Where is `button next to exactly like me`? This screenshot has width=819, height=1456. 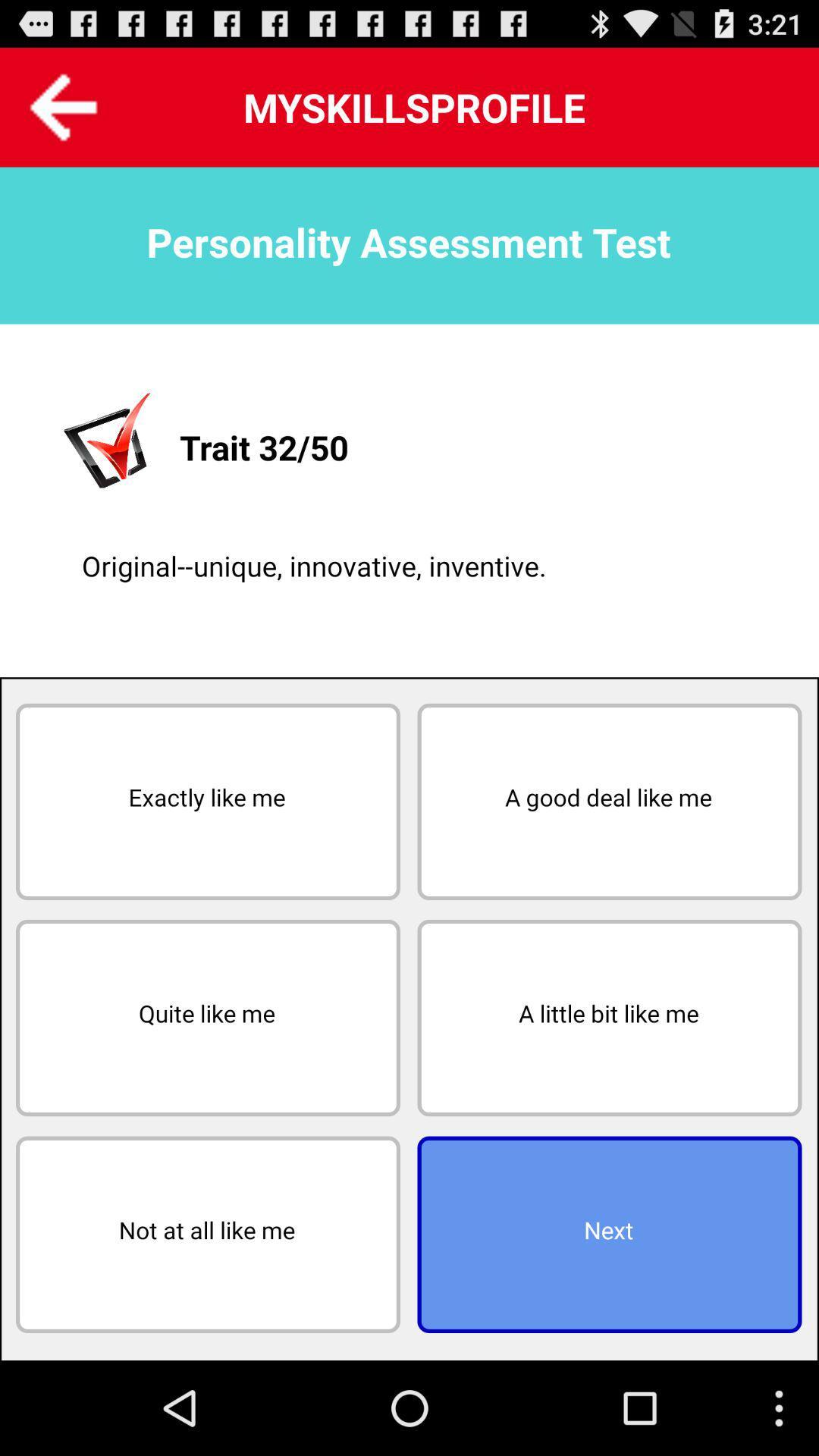
button next to exactly like me is located at coordinates (608, 801).